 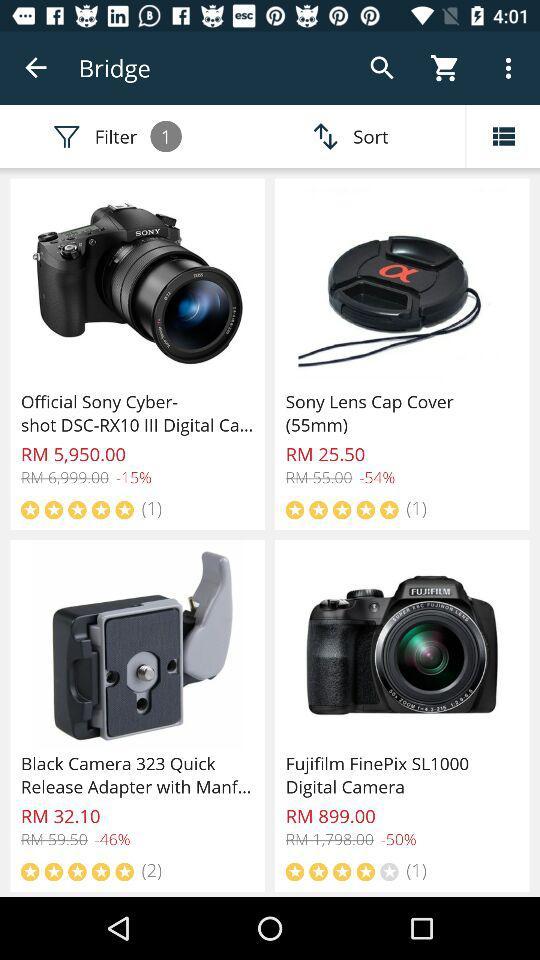 I want to click on display option, so click(x=502, y=135).